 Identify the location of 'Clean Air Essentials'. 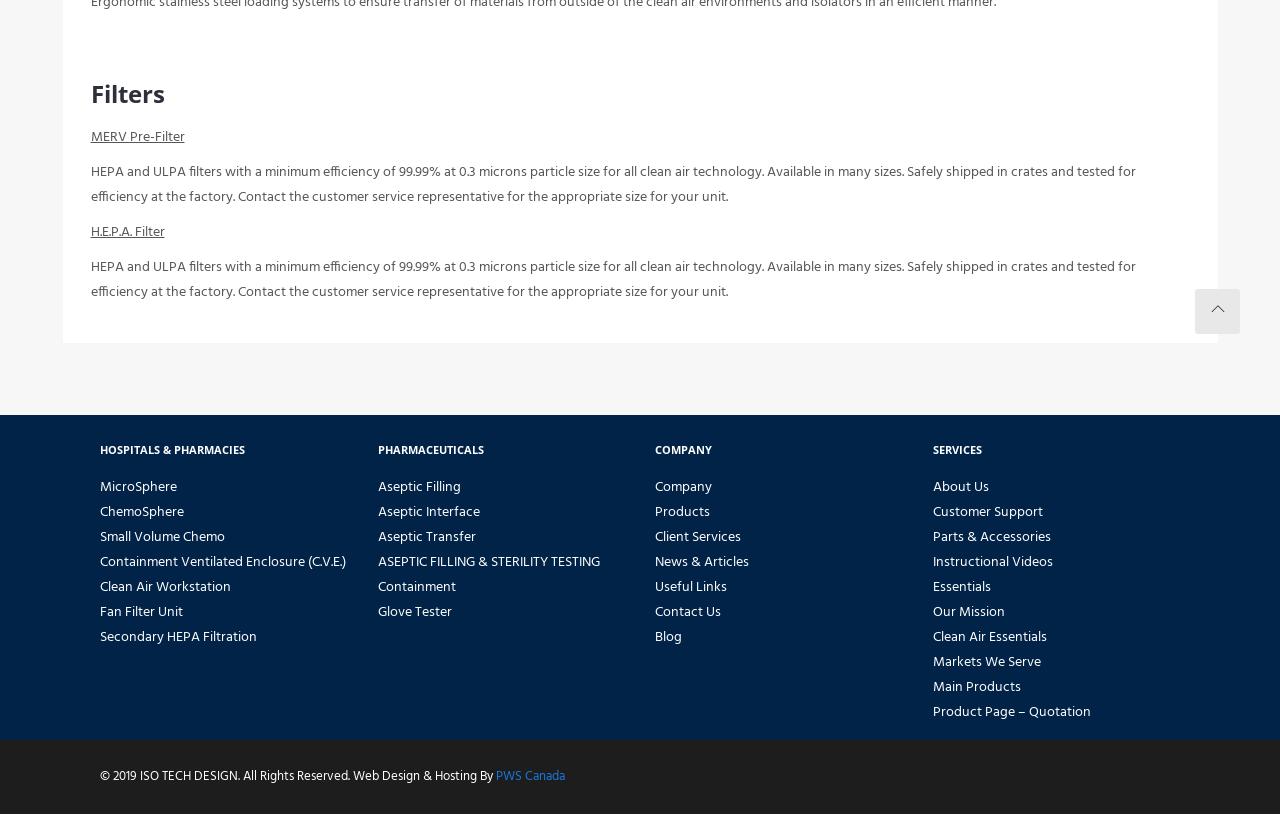
(989, 651).